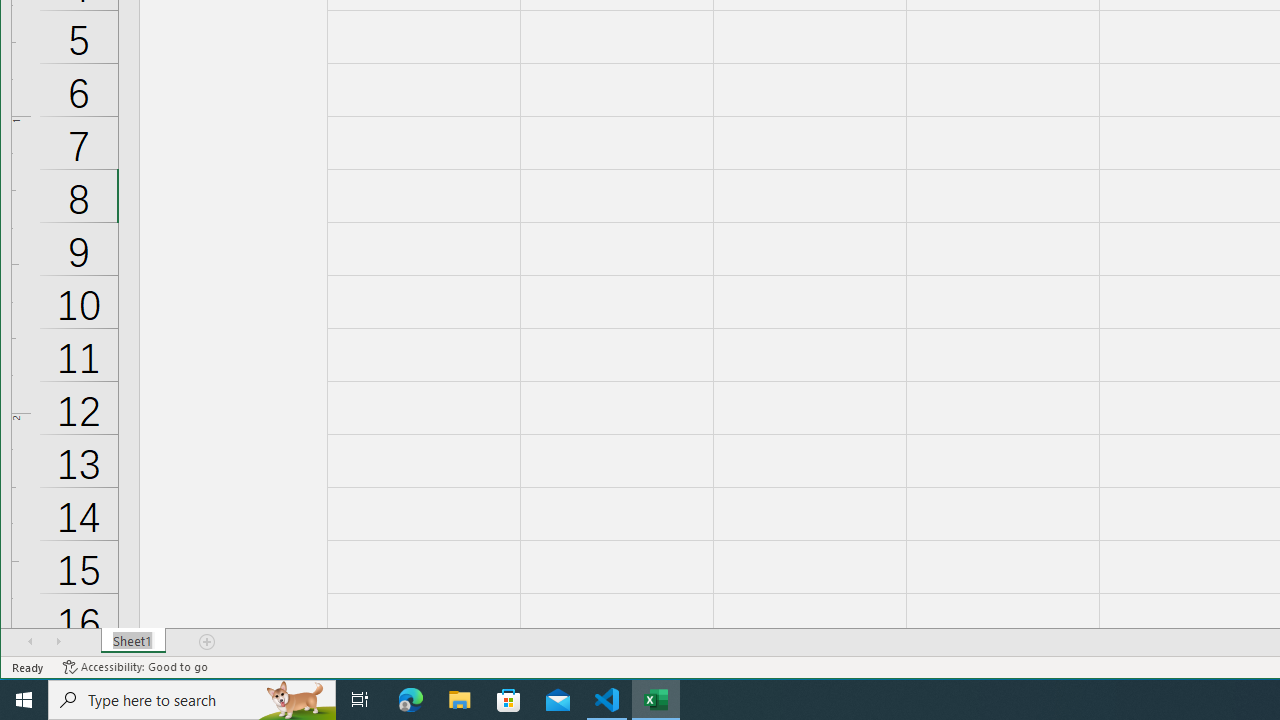  What do you see at coordinates (192, 698) in the screenshot?
I see `'Type here to search'` at bounding box center [192, 698].